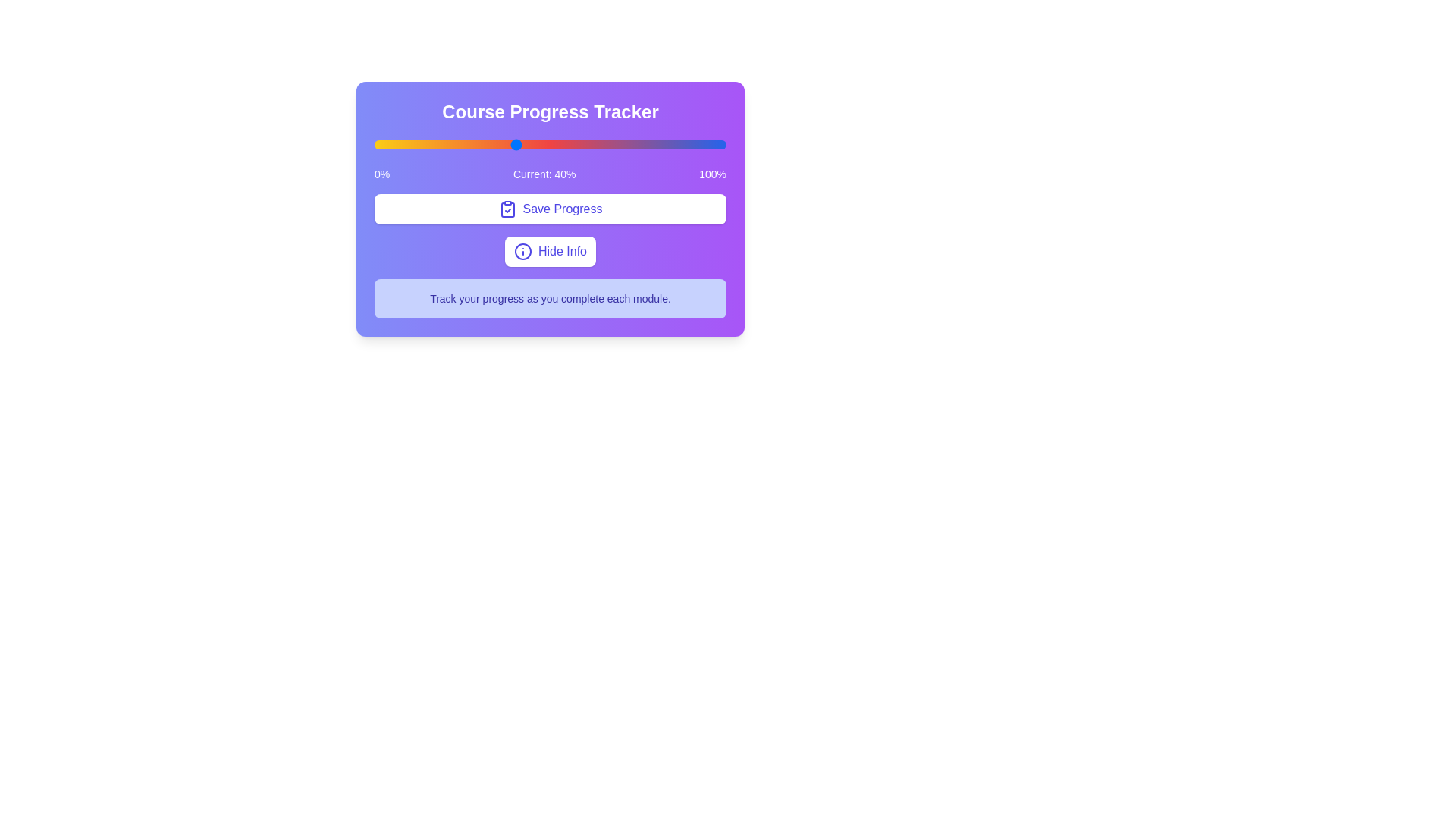 This screenshot has width=1456, height=819. What do you see at coordinates (423, 145) in the screenshot?
I see `progress percentage` at bounding box center [423, 145].